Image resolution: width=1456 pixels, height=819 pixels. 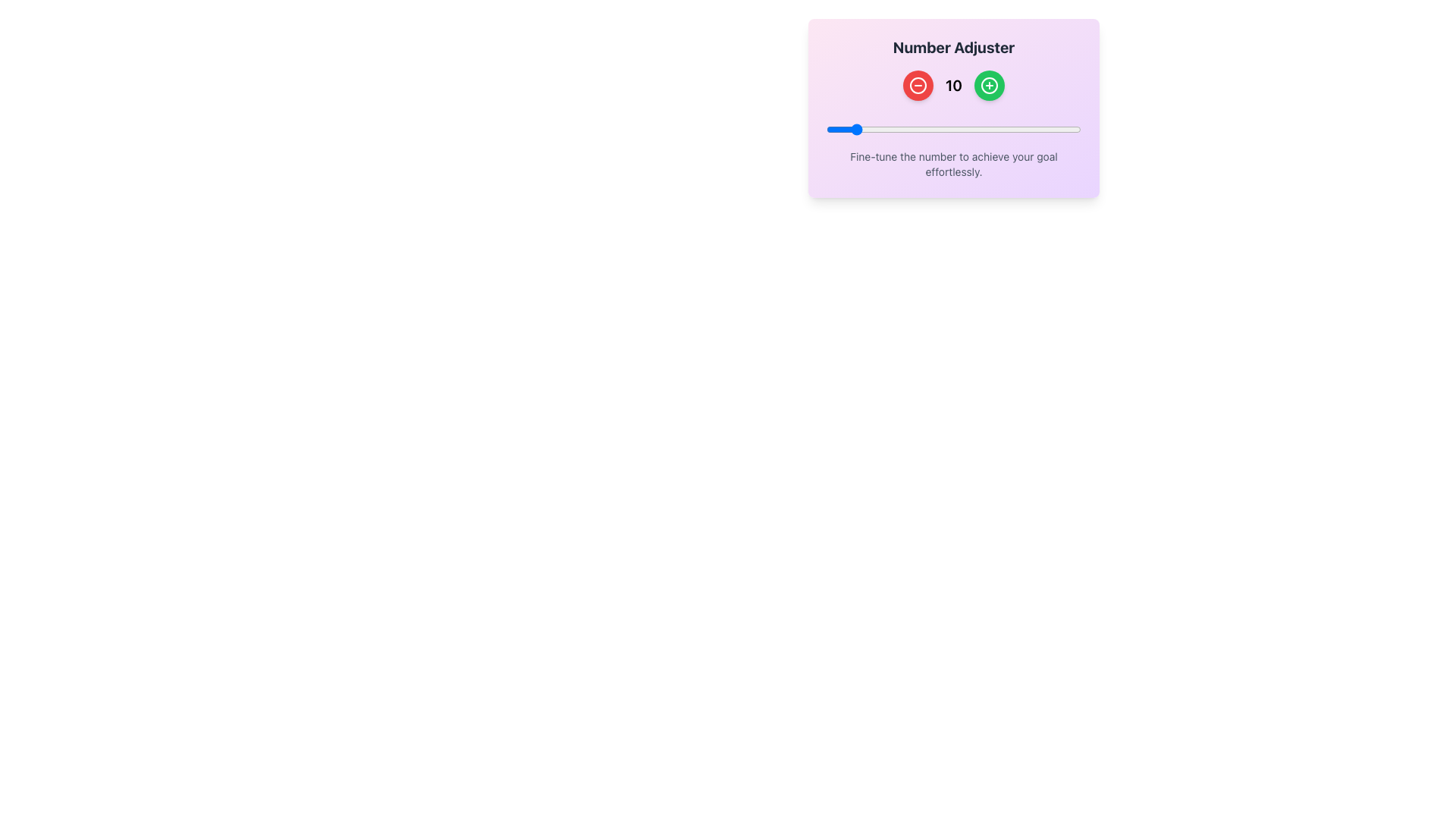 I want to click on the slider, so click(x=864, y=128).